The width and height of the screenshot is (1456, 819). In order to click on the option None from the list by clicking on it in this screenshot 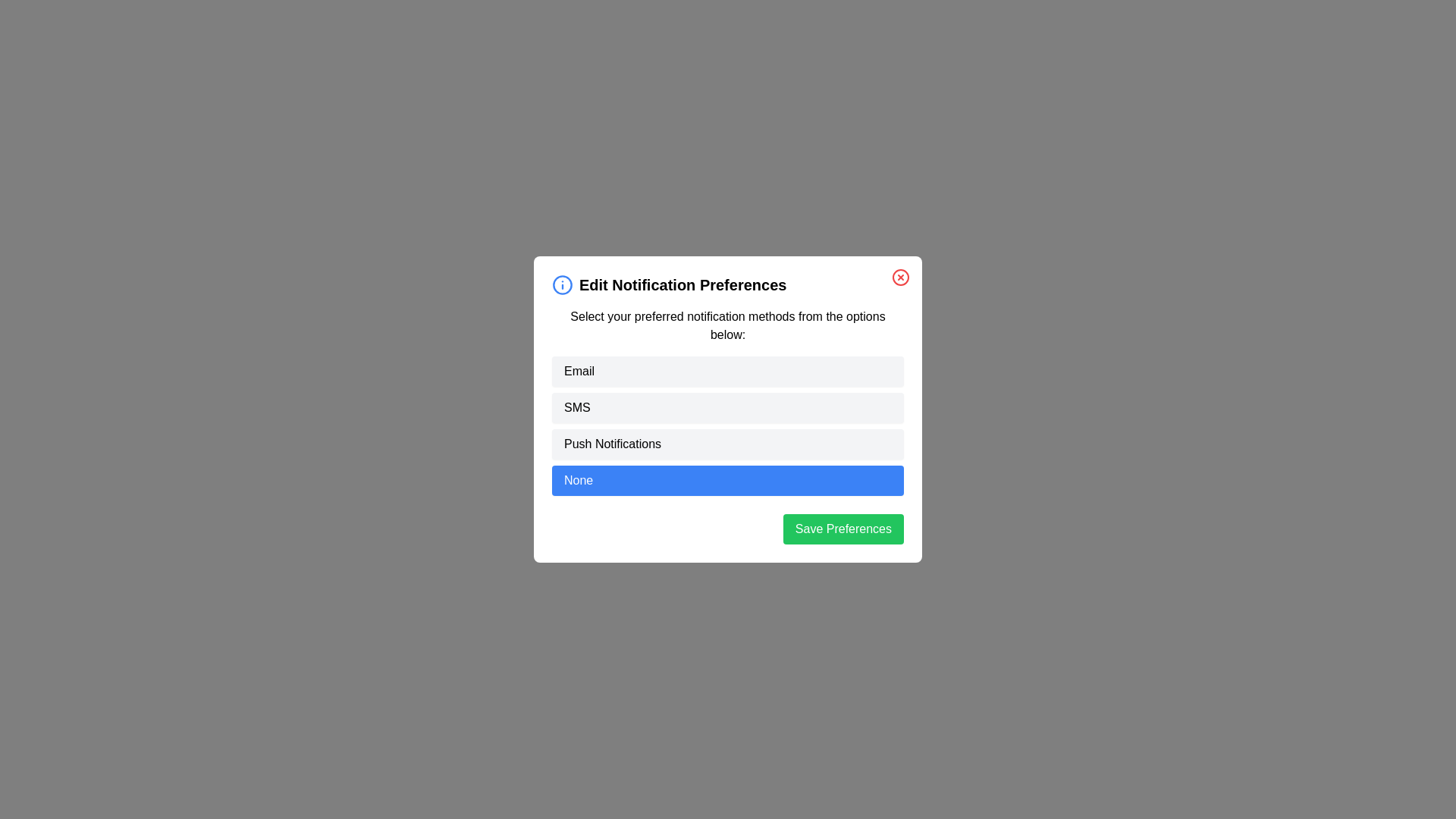, I will do `click(728, 480)`.